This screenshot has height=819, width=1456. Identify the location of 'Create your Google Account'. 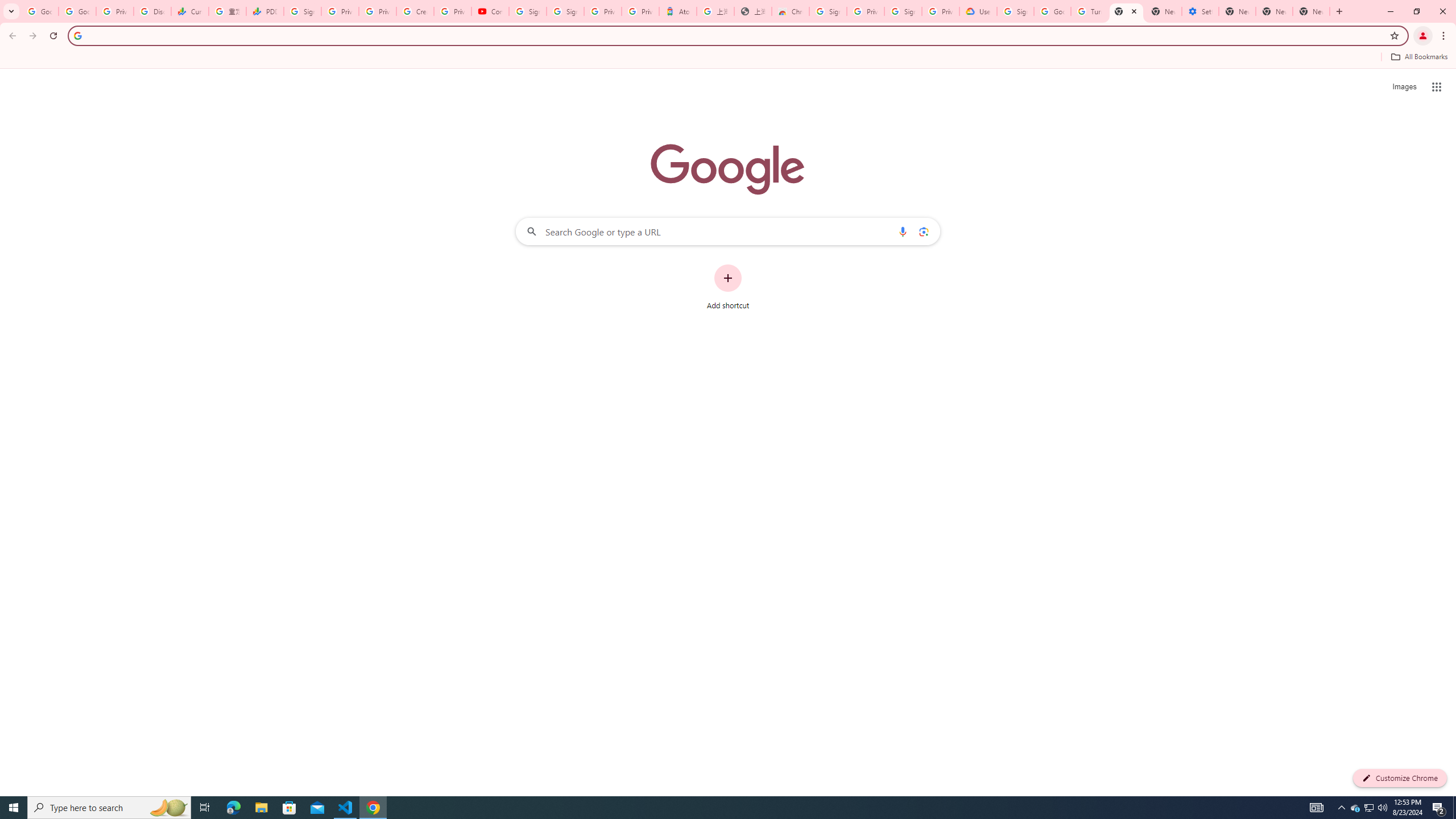
(415, 11).